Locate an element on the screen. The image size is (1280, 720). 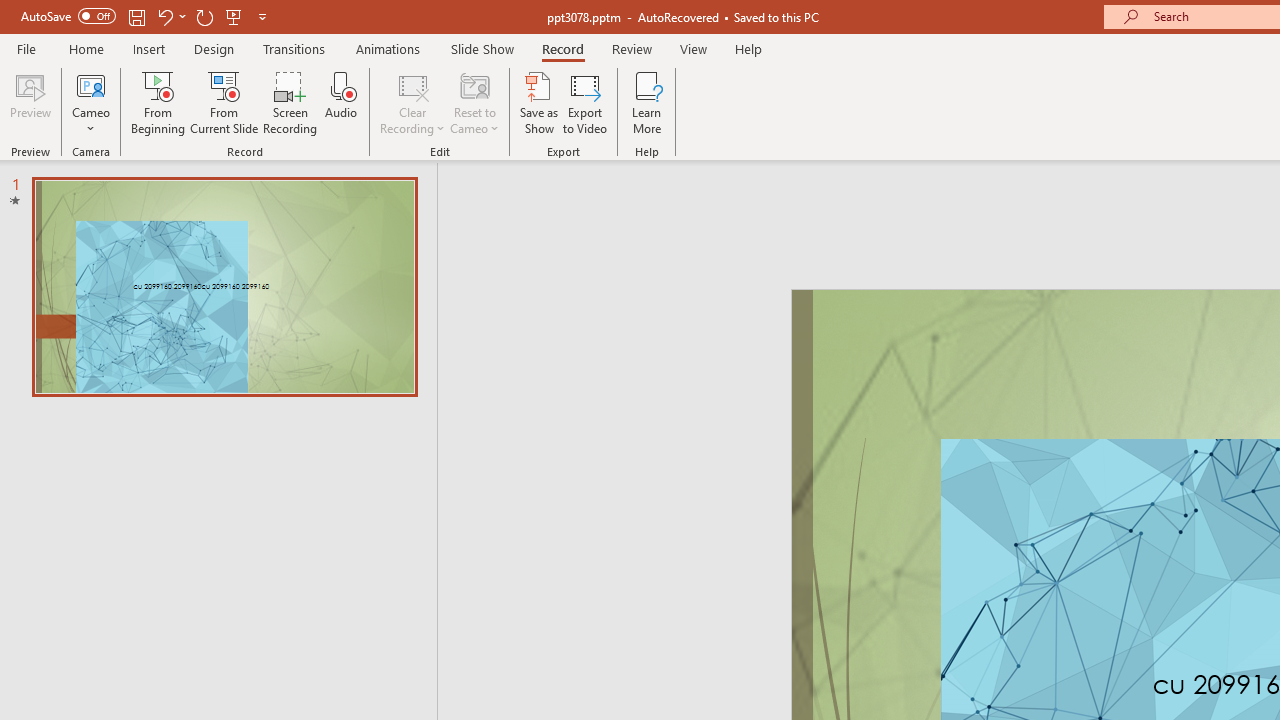
'Animations' is located at coordinates (388, 48).